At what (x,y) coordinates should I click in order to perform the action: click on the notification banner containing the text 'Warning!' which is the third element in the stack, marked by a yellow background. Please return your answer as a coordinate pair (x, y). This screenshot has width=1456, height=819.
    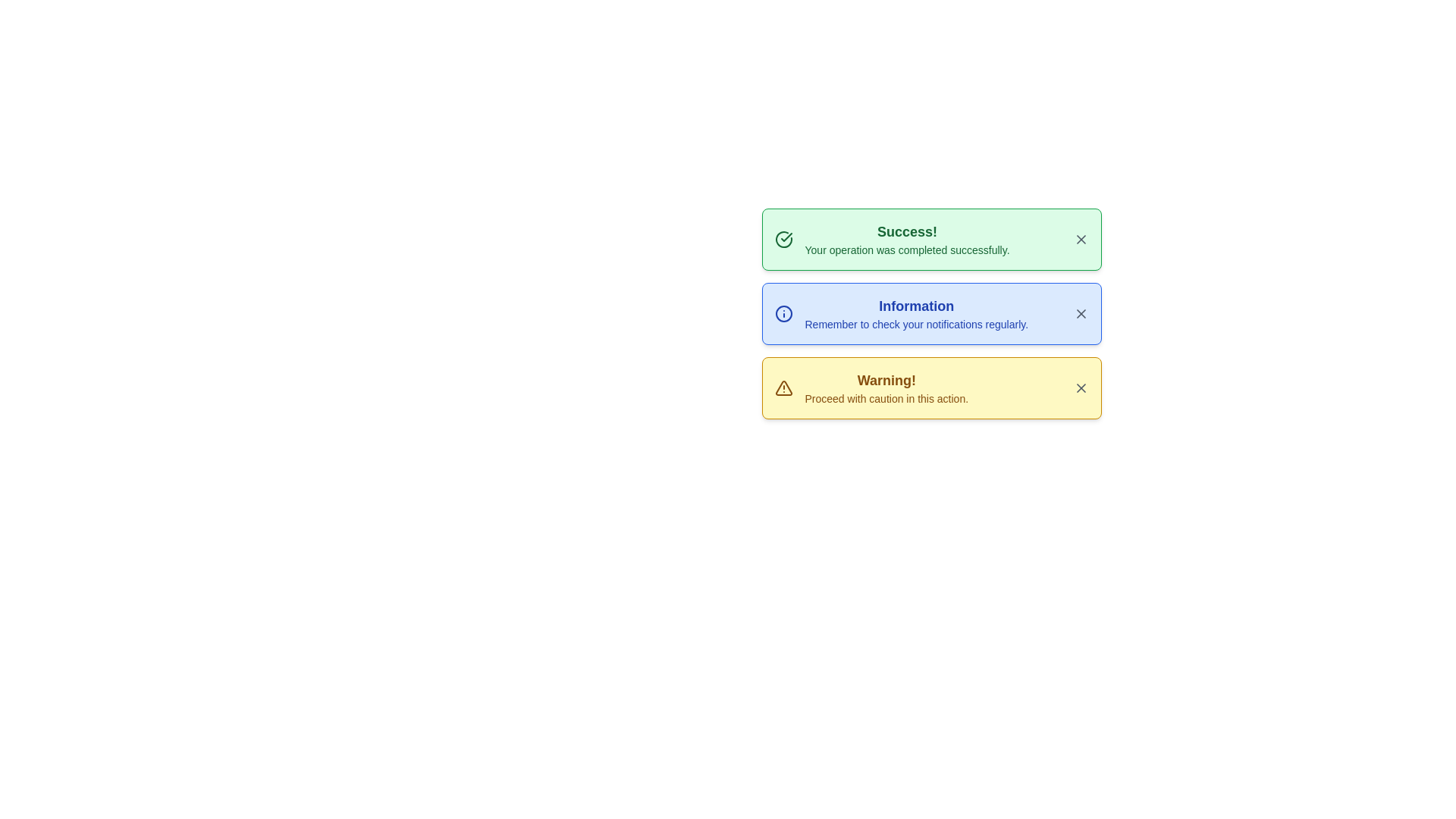
    Looking at the image, I should click on (886, 388).